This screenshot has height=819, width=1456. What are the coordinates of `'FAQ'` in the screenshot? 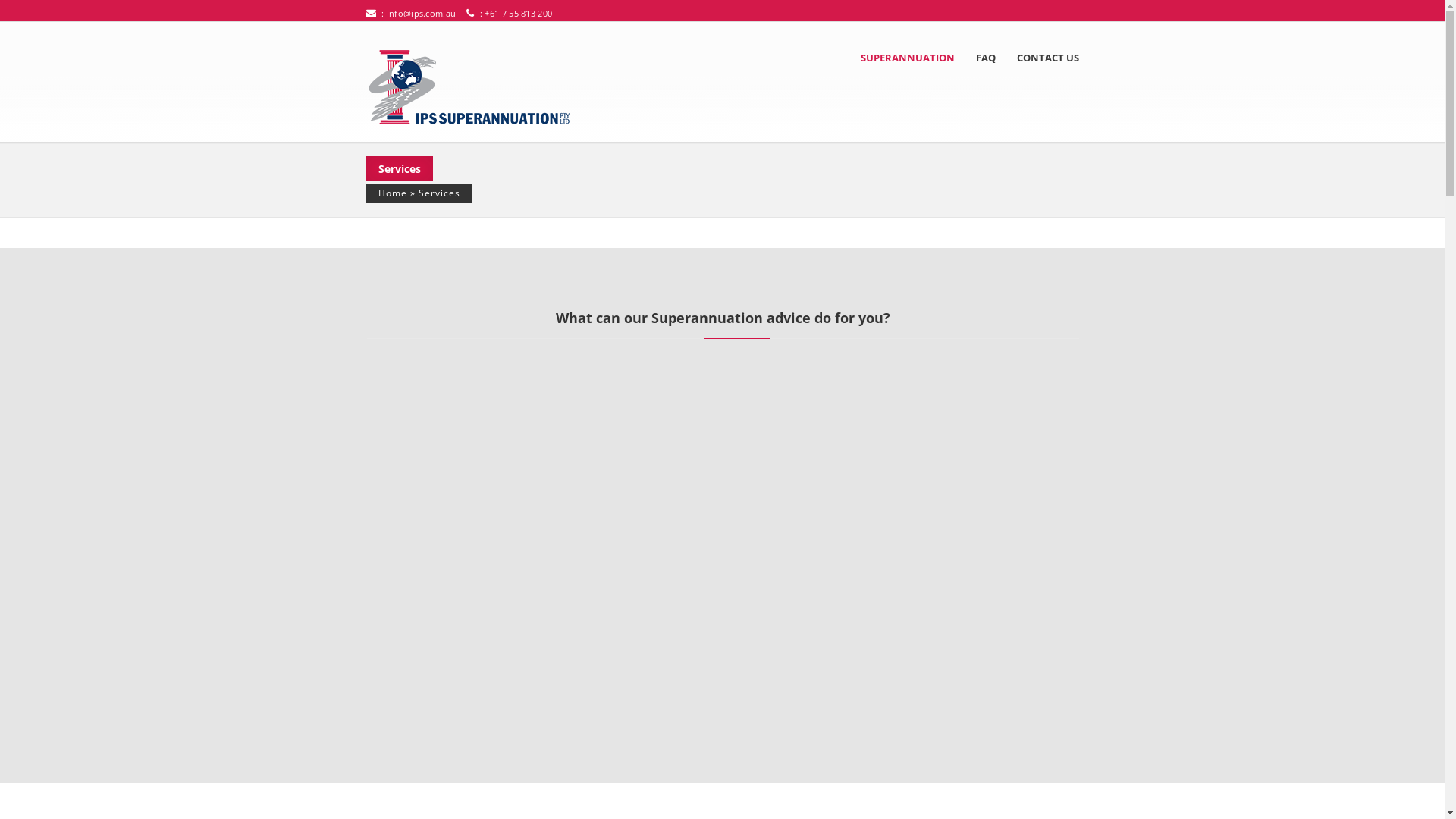 It's located at (985, 57).